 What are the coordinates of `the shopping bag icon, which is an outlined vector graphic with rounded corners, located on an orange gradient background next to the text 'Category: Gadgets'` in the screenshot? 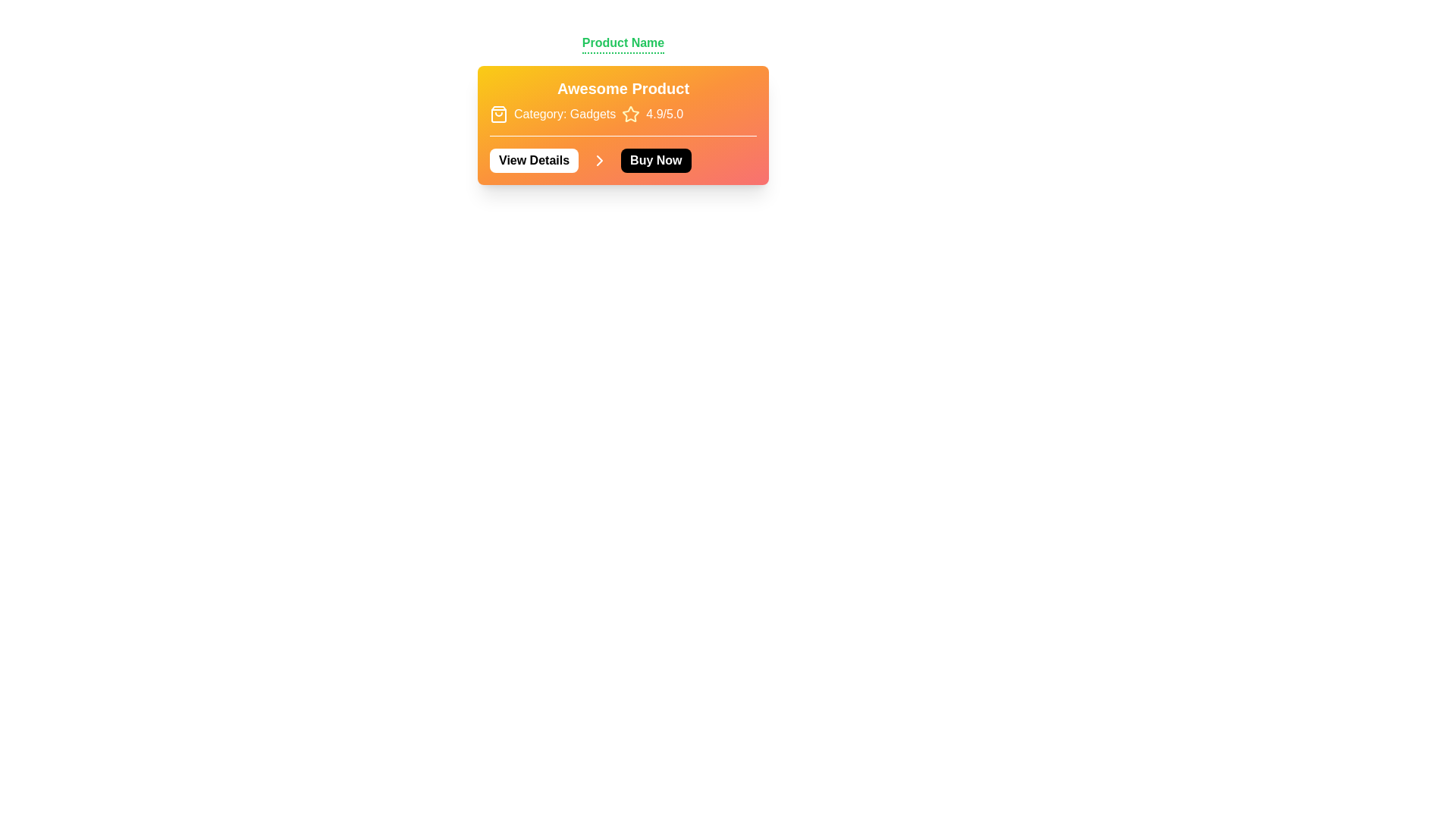 It's located at (498, 113).